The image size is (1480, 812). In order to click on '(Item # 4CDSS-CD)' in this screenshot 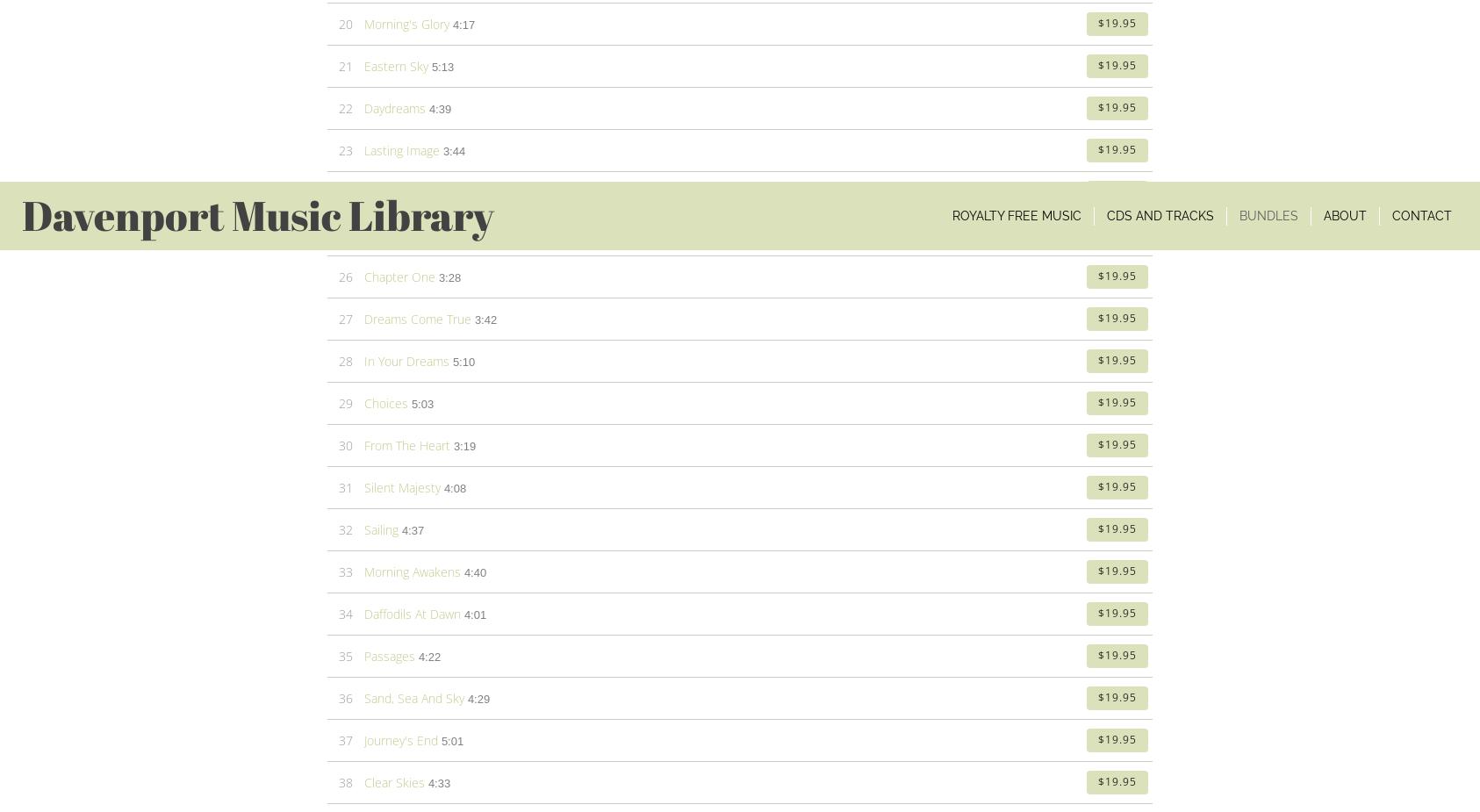, I will do `click(397, 299)`.